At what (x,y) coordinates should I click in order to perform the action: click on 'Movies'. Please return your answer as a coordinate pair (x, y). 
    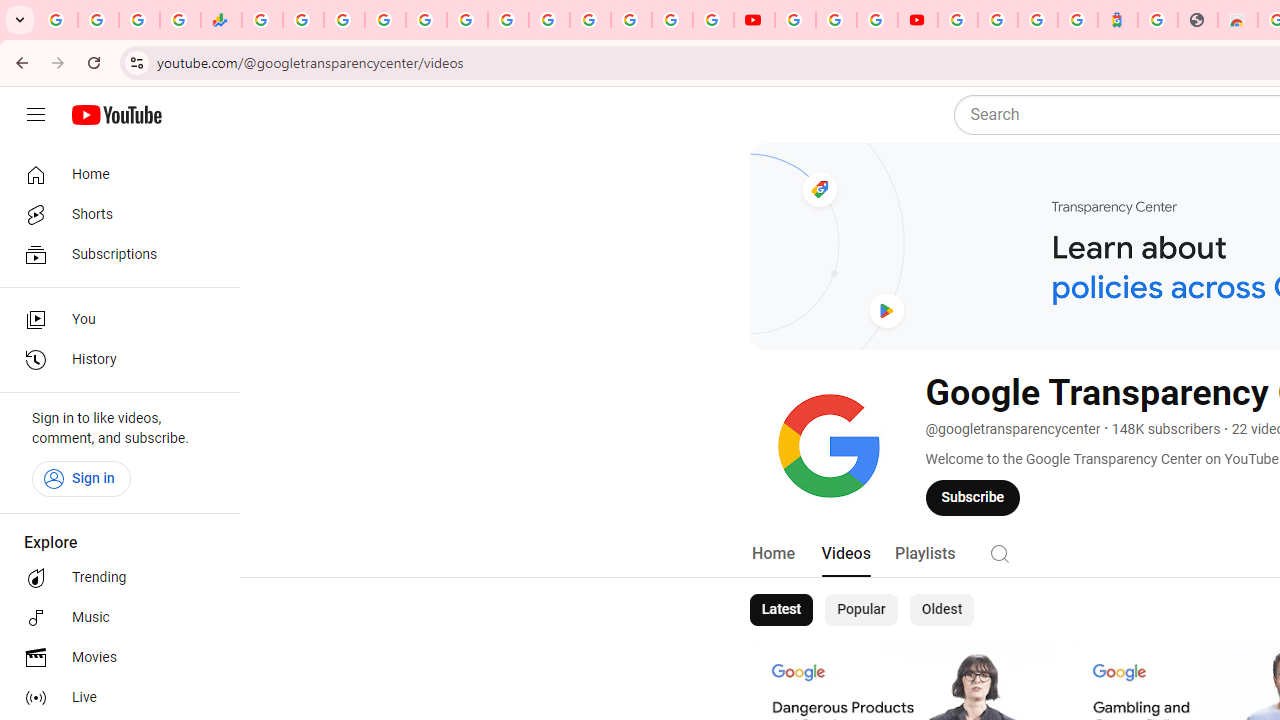
    Looking at the image, I should click on (112, 658).